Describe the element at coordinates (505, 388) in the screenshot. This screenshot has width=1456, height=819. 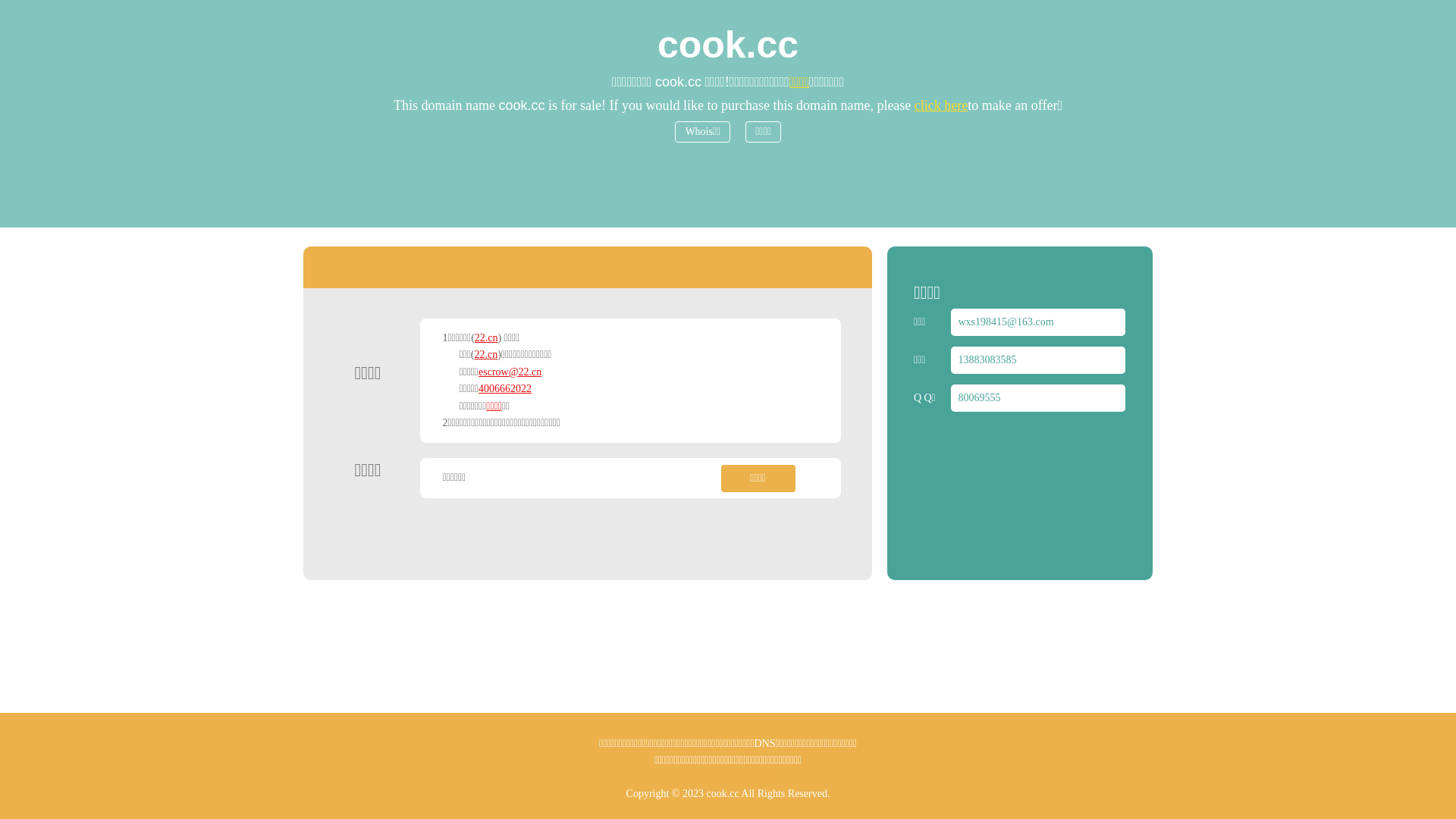
I see `'4006662022'` at that location.